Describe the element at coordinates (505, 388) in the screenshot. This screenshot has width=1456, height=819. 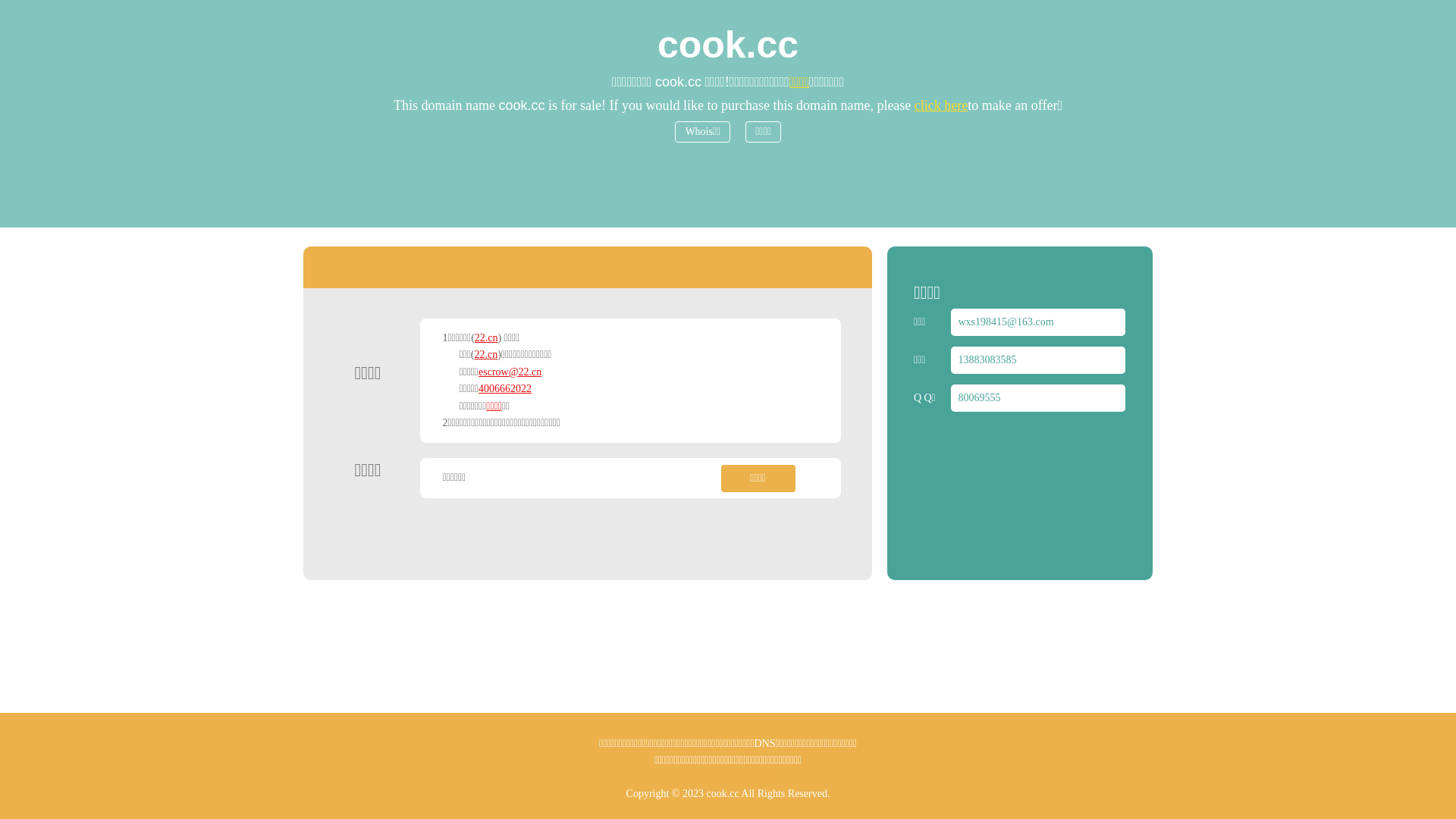
I see `'4006662022'` at that location.